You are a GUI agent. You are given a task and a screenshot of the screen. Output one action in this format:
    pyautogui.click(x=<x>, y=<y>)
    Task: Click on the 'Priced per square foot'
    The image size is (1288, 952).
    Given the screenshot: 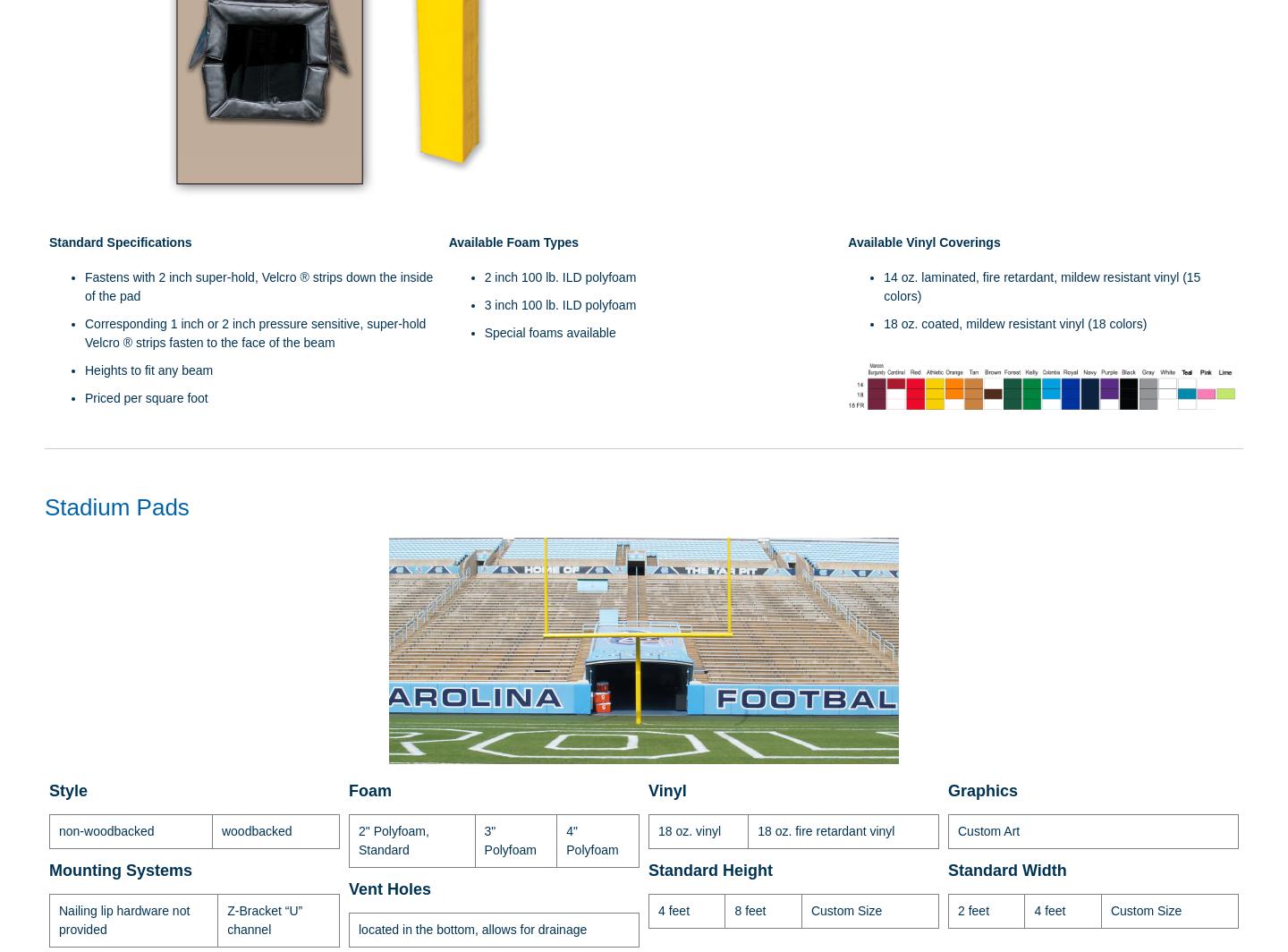 What is the action you would take?
    pyautogui.click(x=145, y=397)
    